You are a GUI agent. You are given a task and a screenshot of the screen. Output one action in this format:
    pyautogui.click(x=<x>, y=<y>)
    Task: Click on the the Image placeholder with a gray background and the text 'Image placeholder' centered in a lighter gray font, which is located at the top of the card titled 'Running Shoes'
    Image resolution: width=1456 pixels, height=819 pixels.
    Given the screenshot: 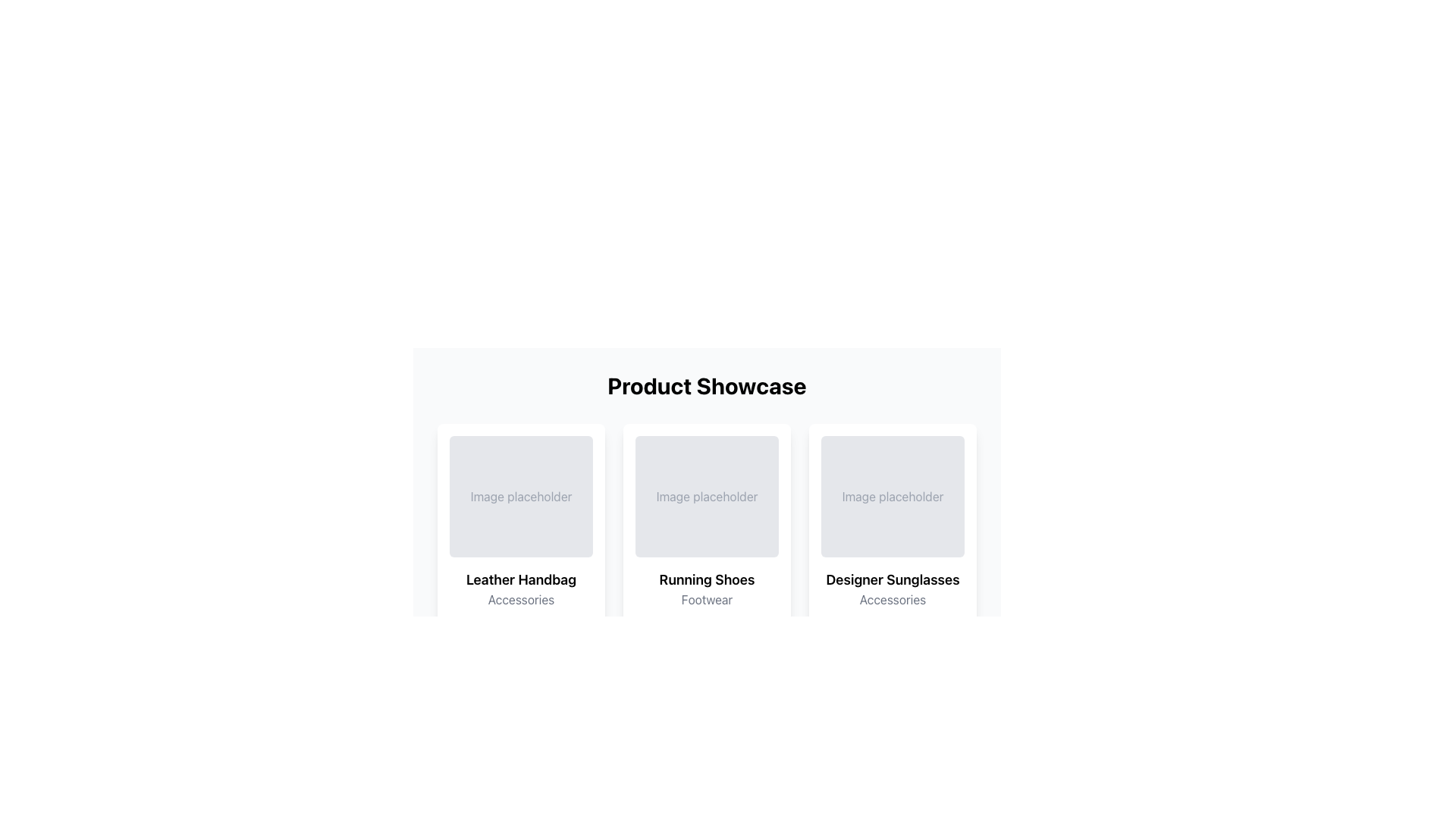 What is the action you would take?
    pyautogui.click(x=706, y=497)
    